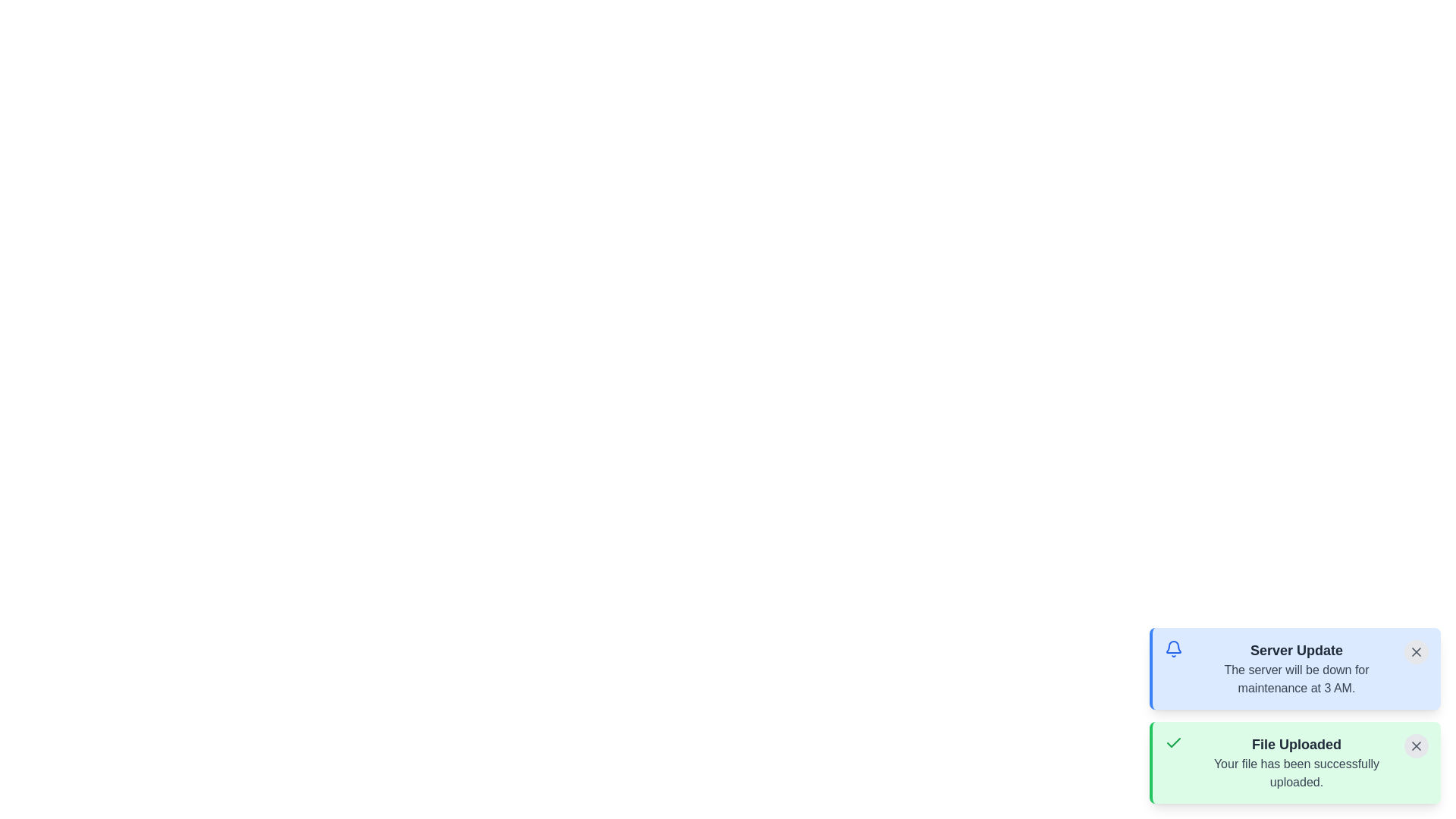  What do you see at coordinates (1173, 648) in the screenshot?
I see `the bell icon indicating notifications at the top-left corner of the 'Server Update' notification card` at bounding box center [1173, 648].